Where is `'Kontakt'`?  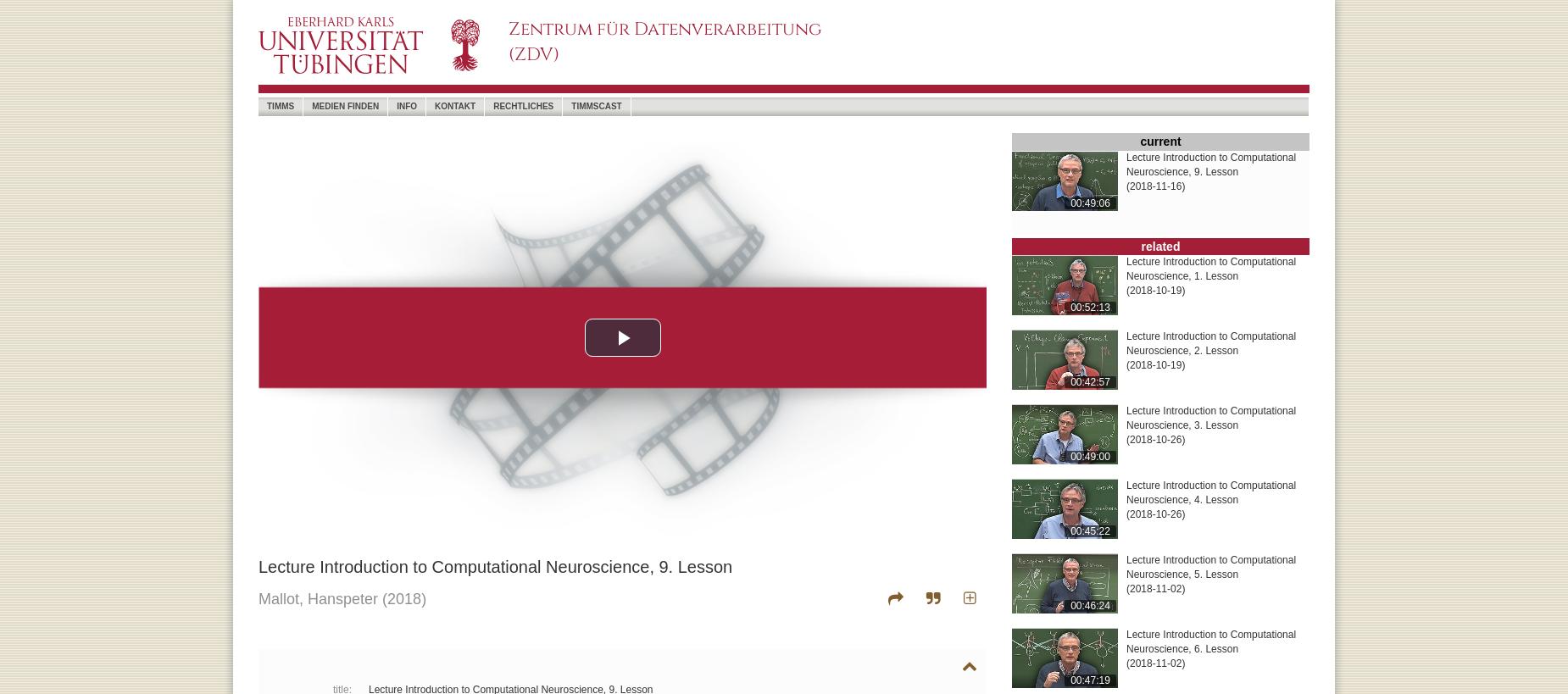 'Kontakt' is located at coordinates (455, 105).